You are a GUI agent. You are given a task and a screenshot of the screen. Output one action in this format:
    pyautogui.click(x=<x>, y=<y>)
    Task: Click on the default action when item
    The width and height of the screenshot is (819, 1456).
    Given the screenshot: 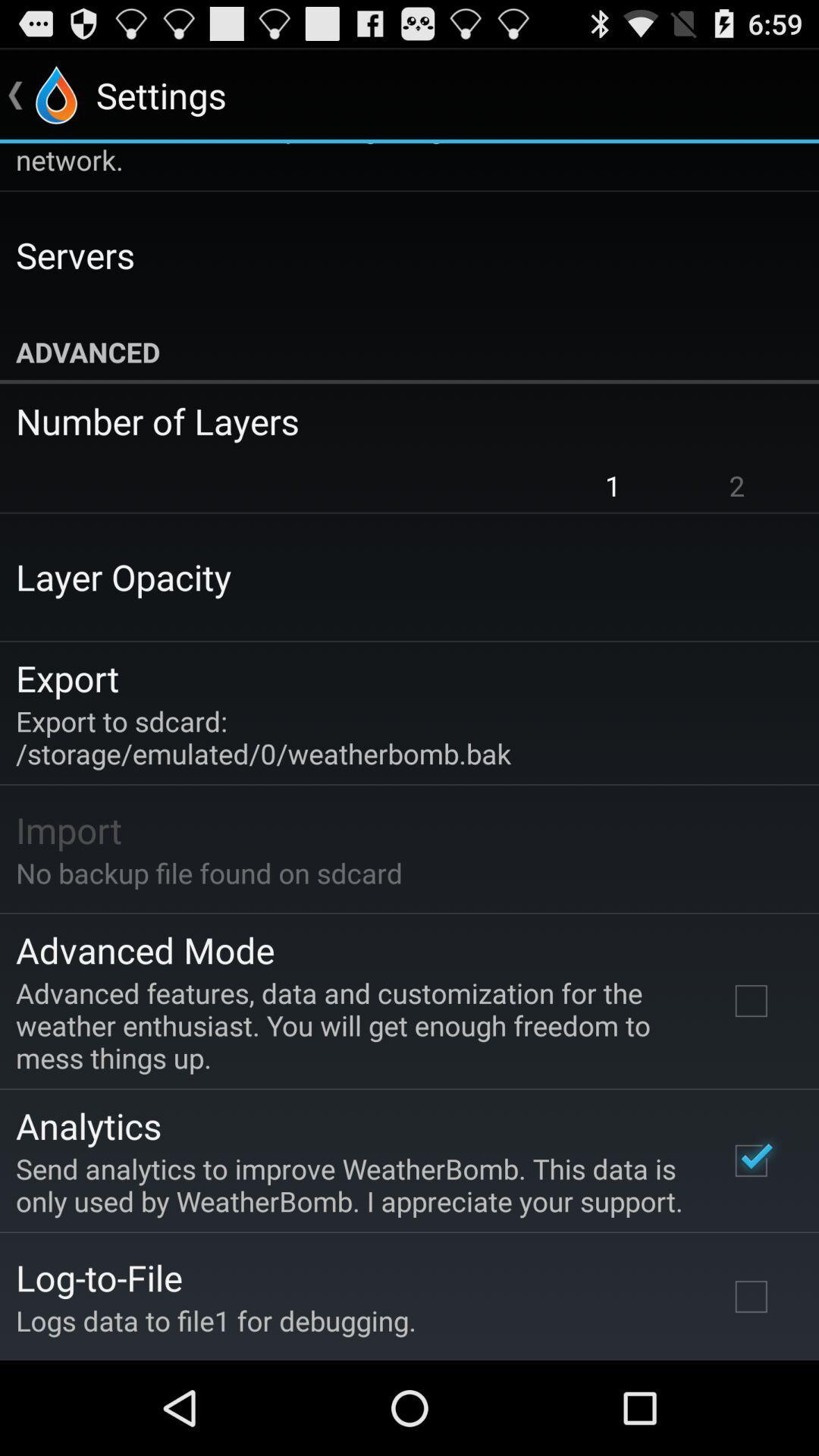 What is the action you would take?
    pyautogui.click(x=398, y=161)
    